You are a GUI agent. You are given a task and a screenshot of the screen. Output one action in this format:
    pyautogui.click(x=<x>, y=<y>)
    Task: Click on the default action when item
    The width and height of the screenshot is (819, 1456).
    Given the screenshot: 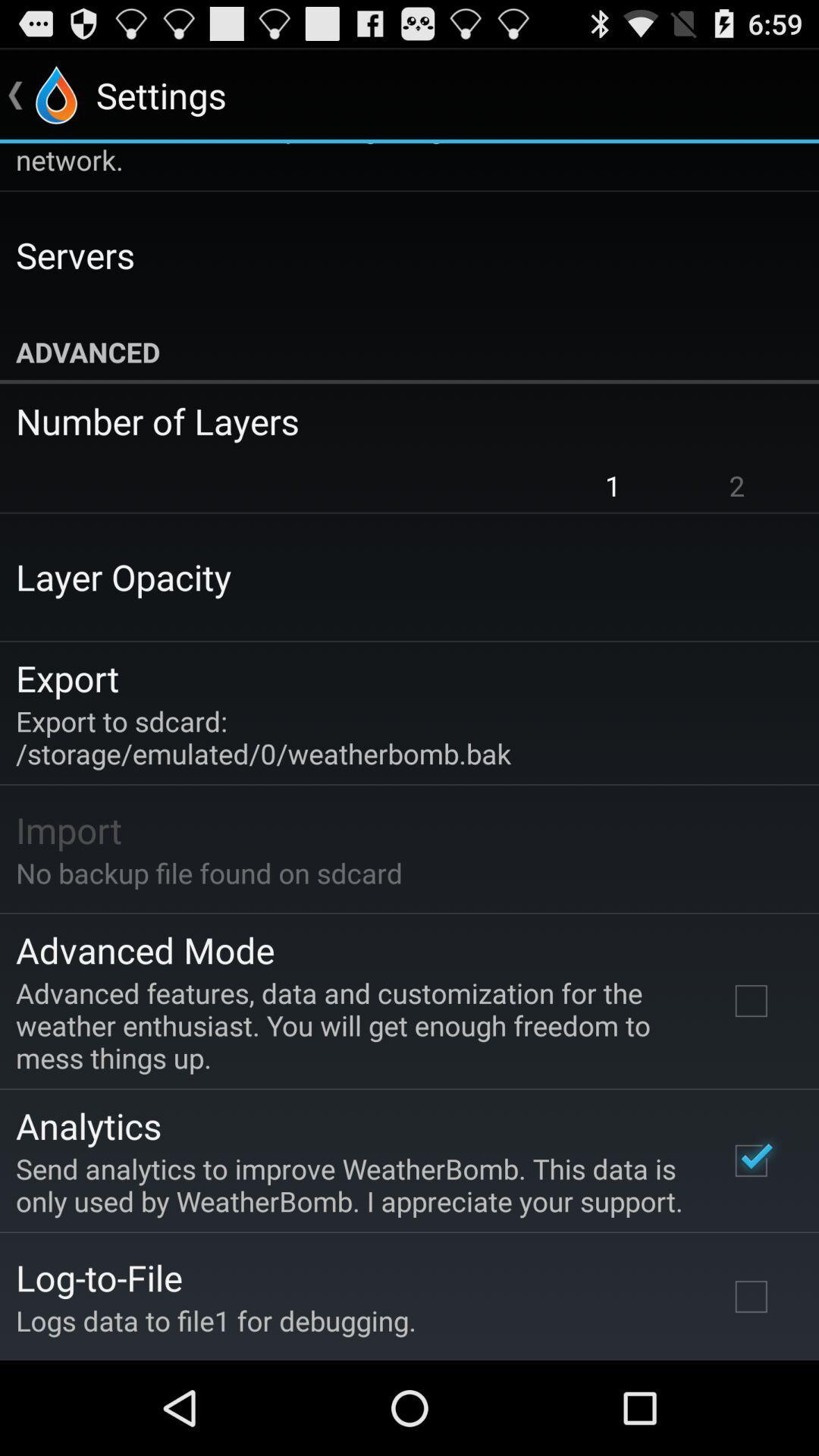 What is the action you would take?
    pyautogui.click(x=398, y=161)
    